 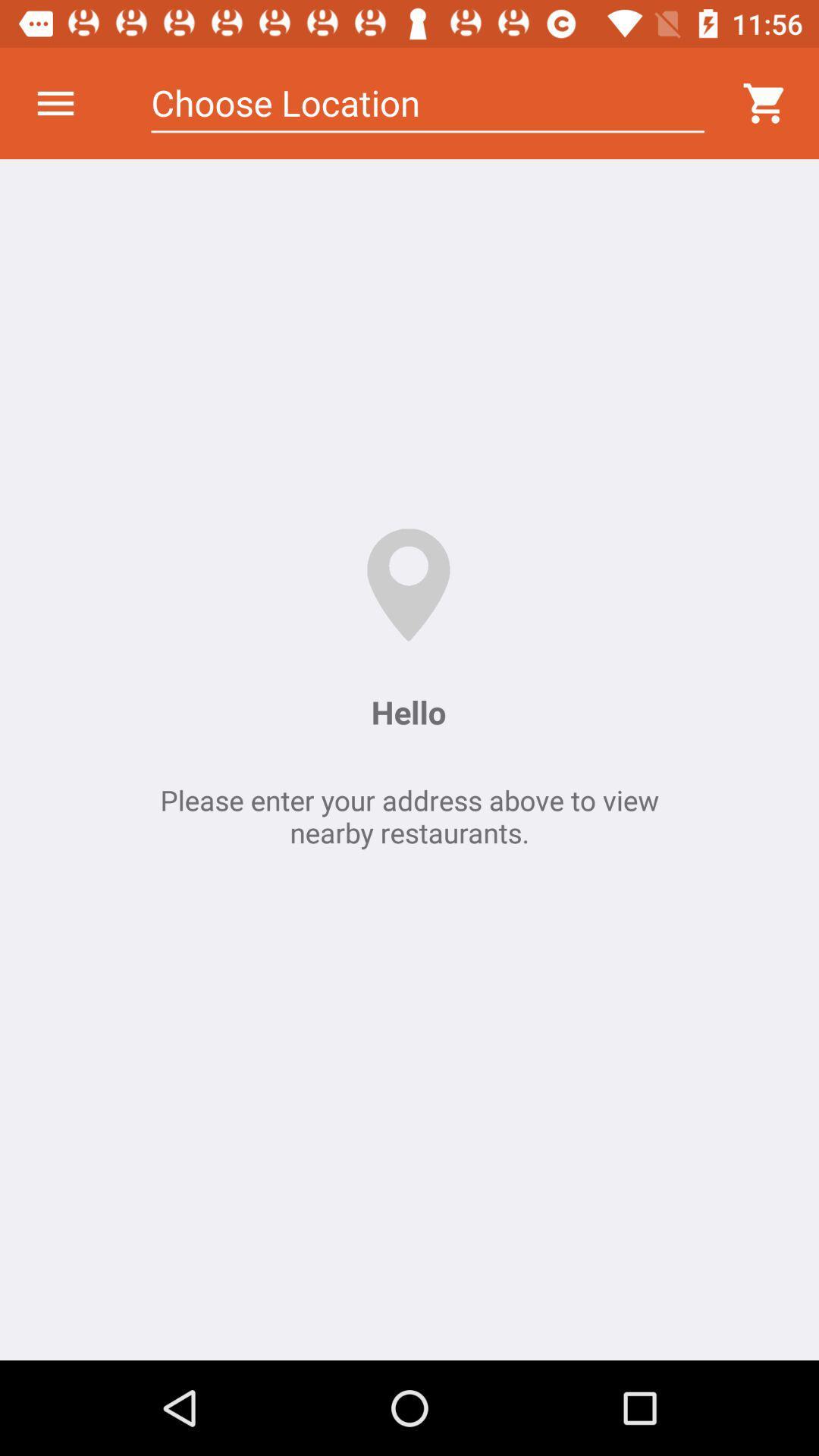 What do you see at coordinates (55, 102) in the screenshot?
I see `the icon to the left of choose location` at bounding box center [55, 102].